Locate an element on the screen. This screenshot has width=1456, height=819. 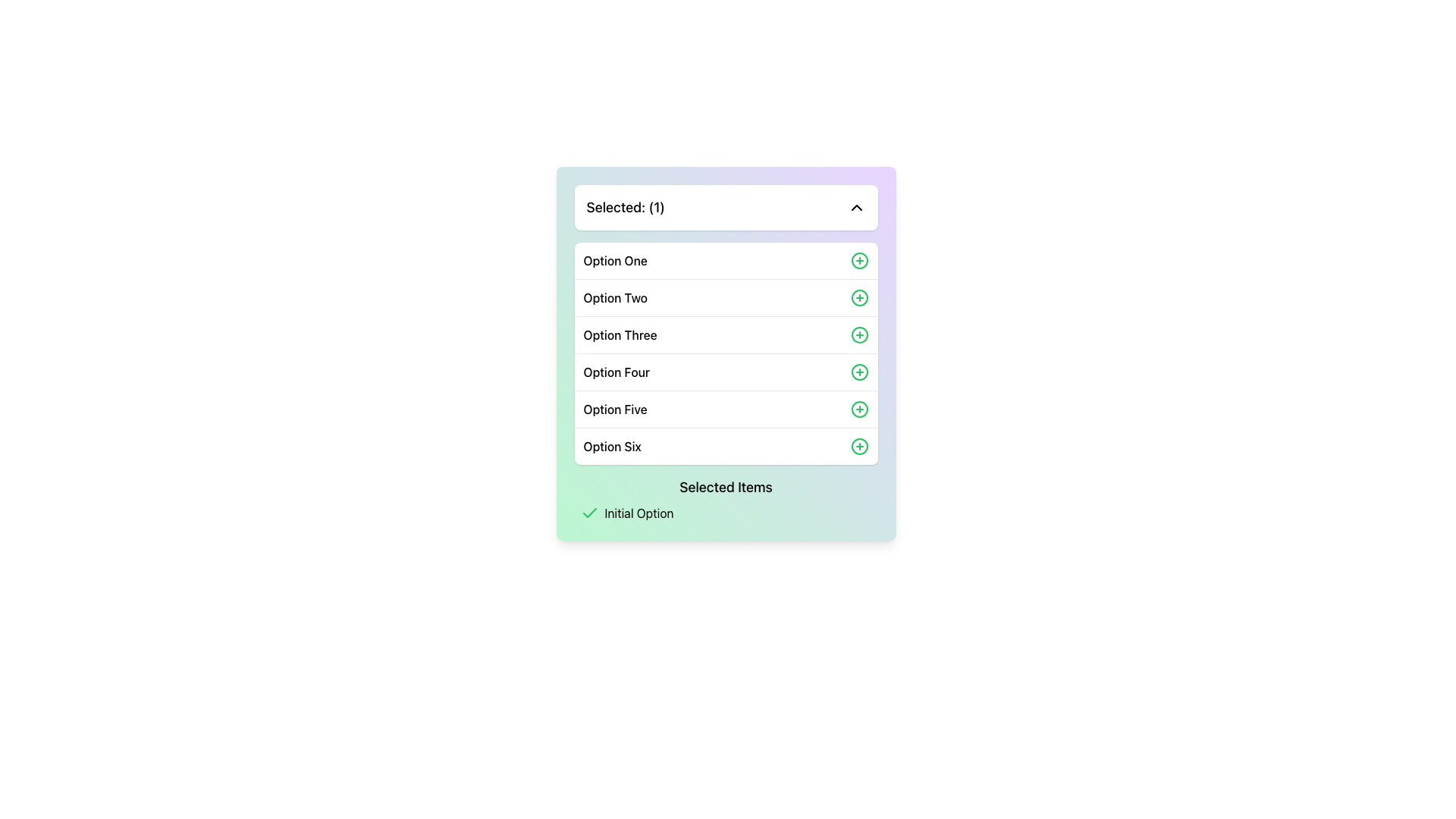
the green circular '+' button located next to 'Option Two' in the dropdown labeled 'Selected: (1)' is located at coordinates (859, 298).